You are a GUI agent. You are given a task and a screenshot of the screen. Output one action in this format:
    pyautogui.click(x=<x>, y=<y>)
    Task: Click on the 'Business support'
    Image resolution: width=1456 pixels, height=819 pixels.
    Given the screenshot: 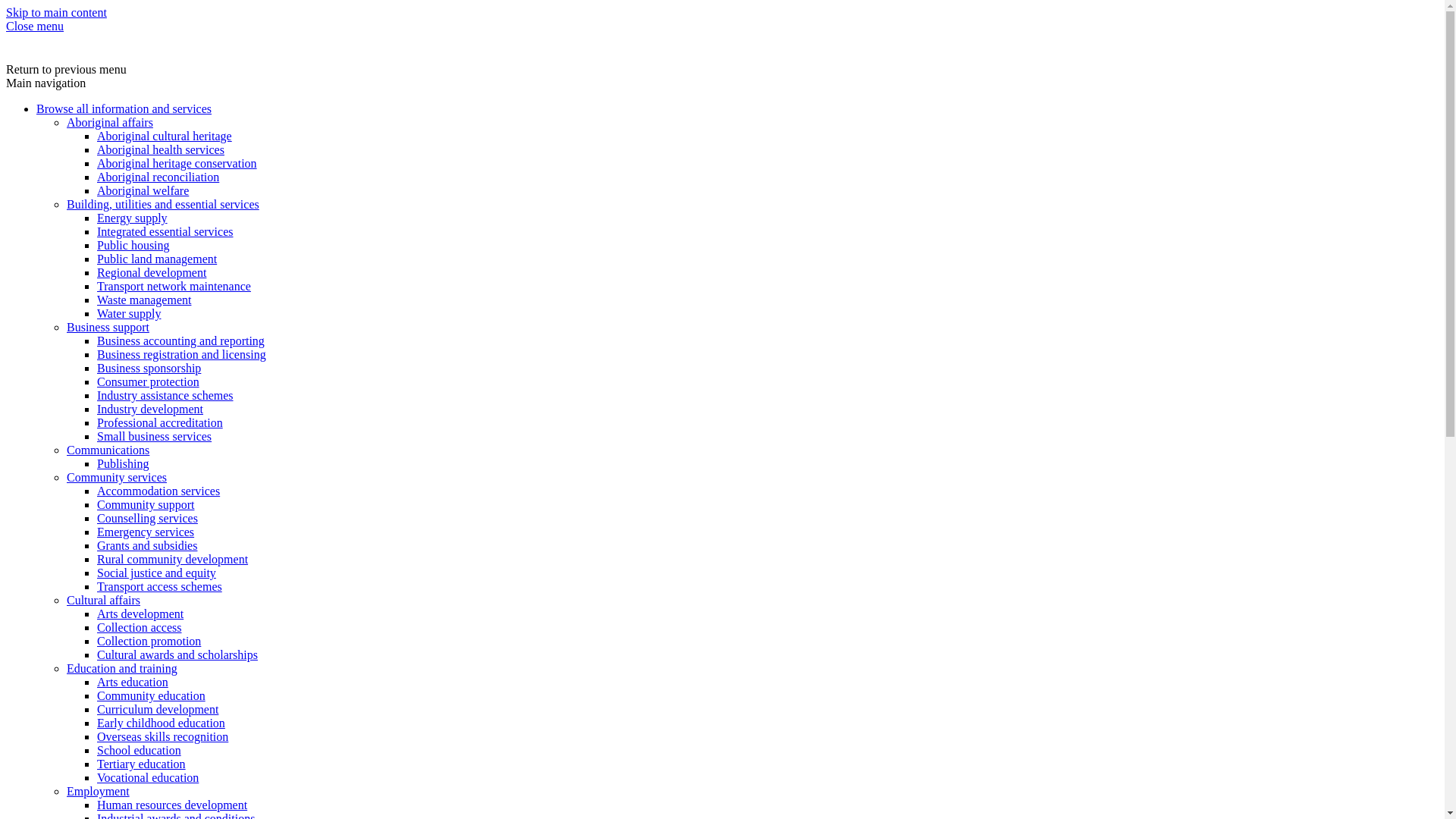 What is the action you would take?
    pyautogui.click(x=107, y=326)
    